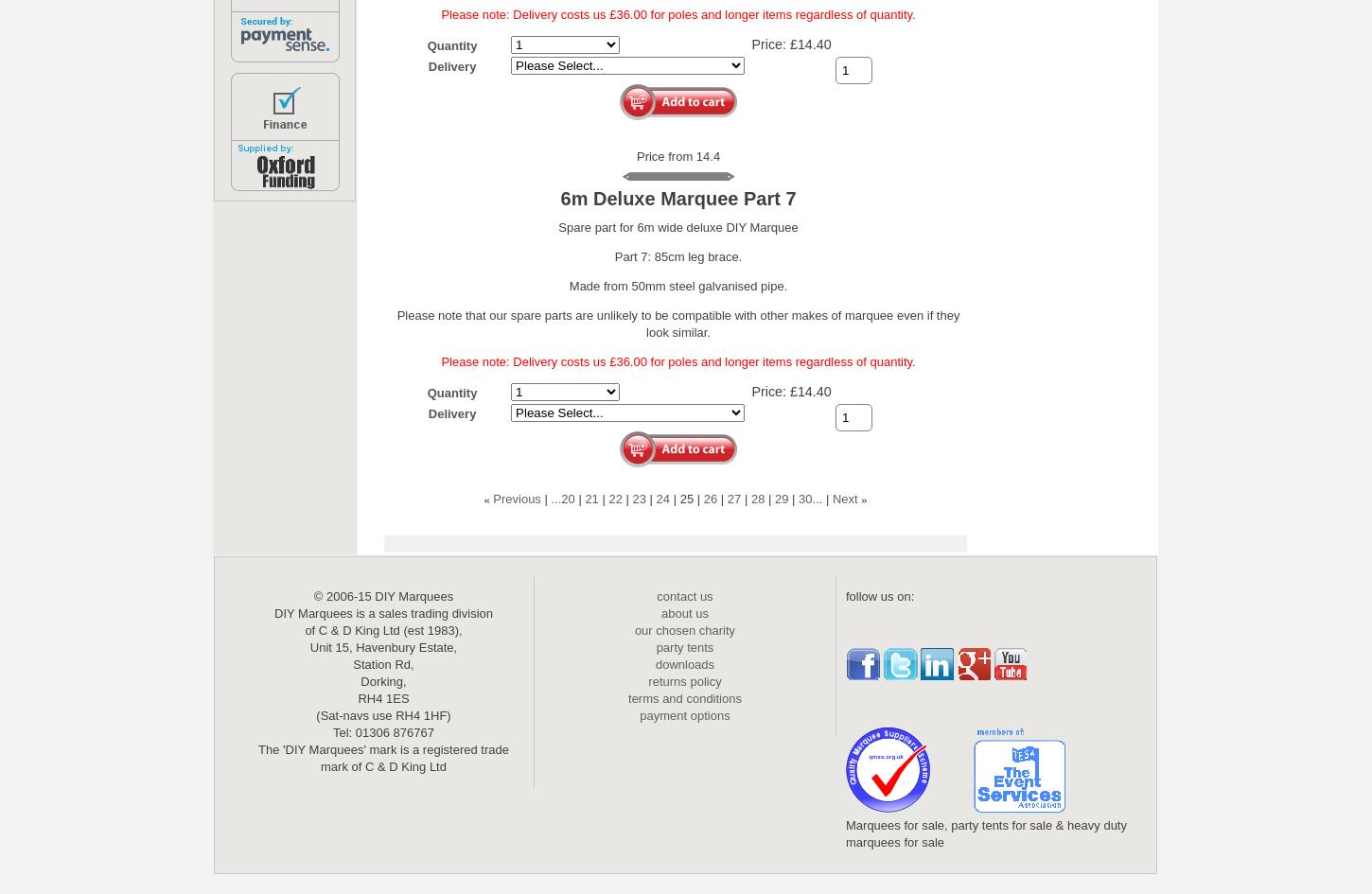 Image resolution: width=1372 pixels, height=894 pixels. Describe the element at coordinates (551, 498) in the screenshot. I see `'...20'` at that location.